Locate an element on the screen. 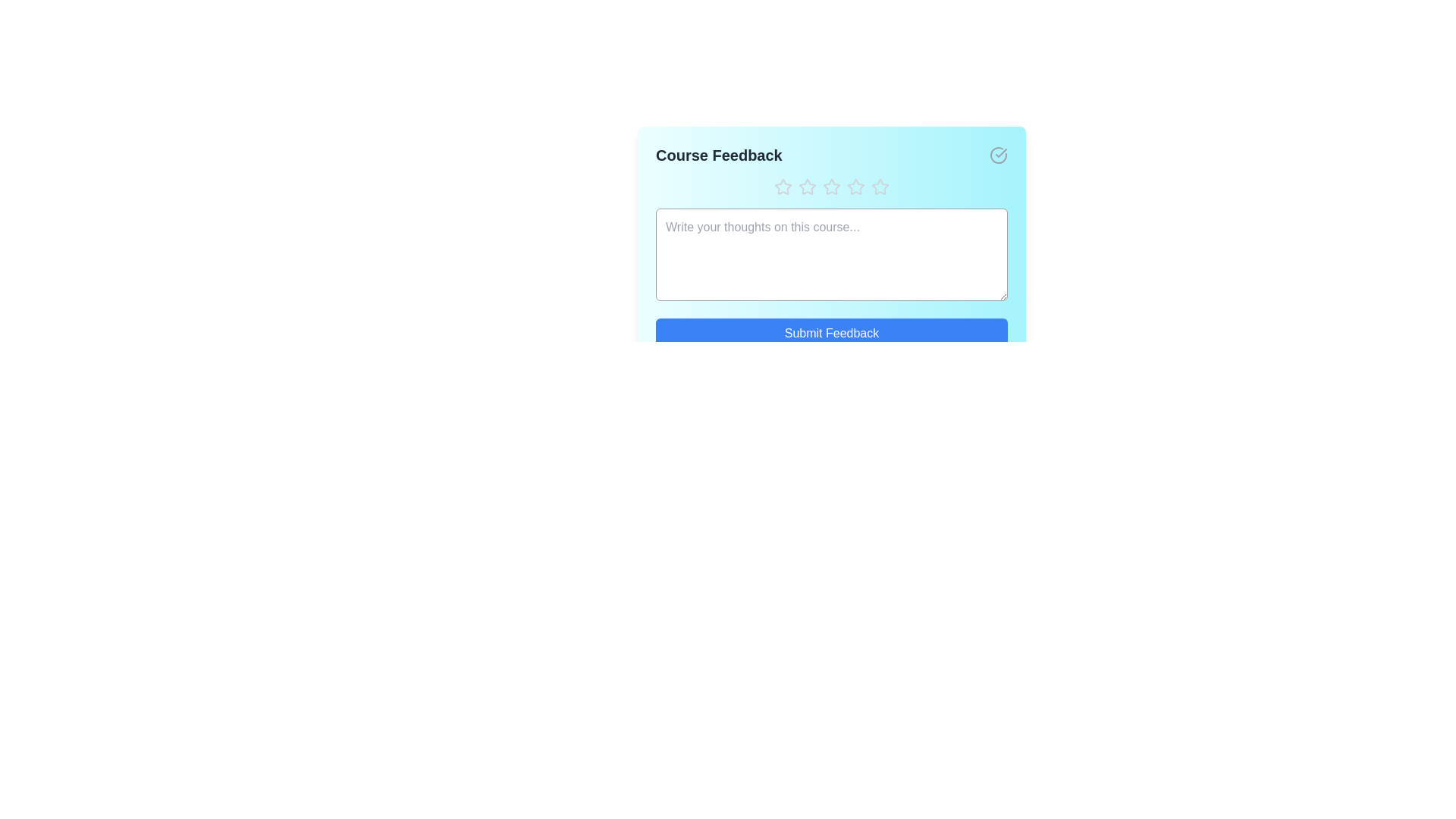 This screenshot has width=1456, height=819. the 'Submit Feedback' button to submit the entered feedback is located at coordinates (831, 332).